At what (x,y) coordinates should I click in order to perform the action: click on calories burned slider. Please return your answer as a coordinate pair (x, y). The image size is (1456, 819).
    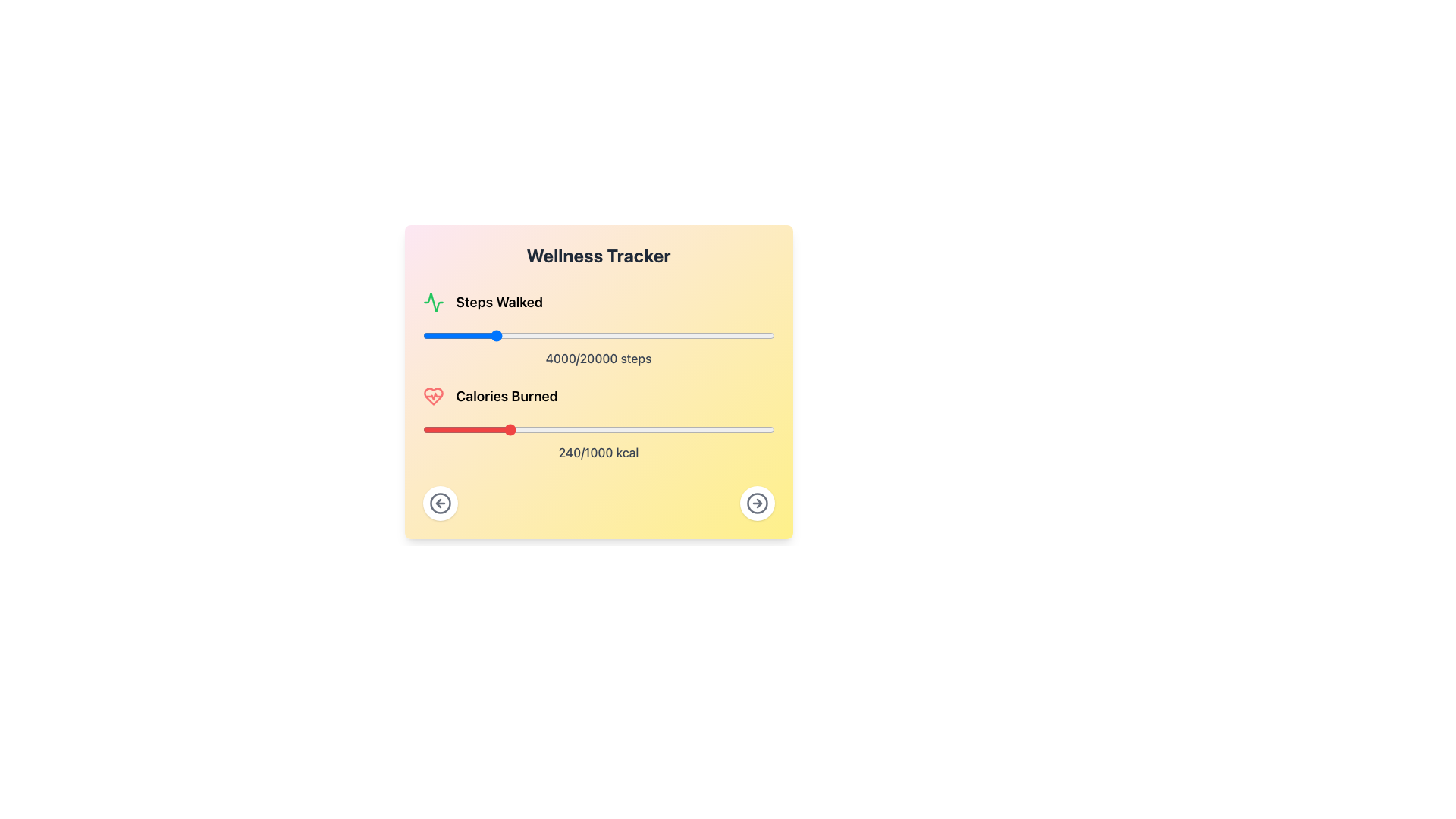
    Looking at the image, I should click on (570, 430).